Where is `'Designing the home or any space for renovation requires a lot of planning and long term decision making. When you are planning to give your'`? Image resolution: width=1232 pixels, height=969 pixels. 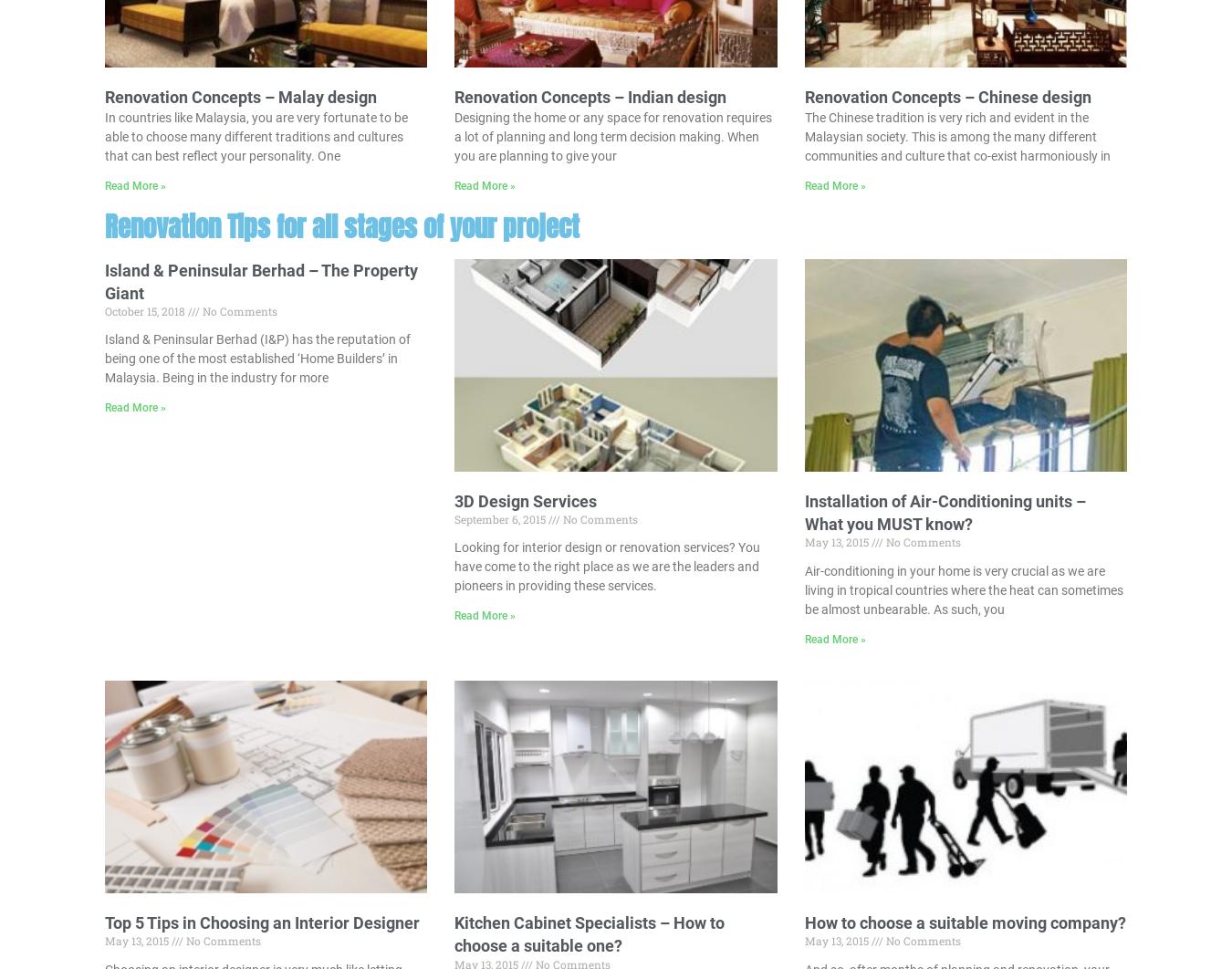
'Designing the home or any space for renovation requires a lot of planning and long term decision making. When you are planning to give your' is located at coordinates (613, 136).